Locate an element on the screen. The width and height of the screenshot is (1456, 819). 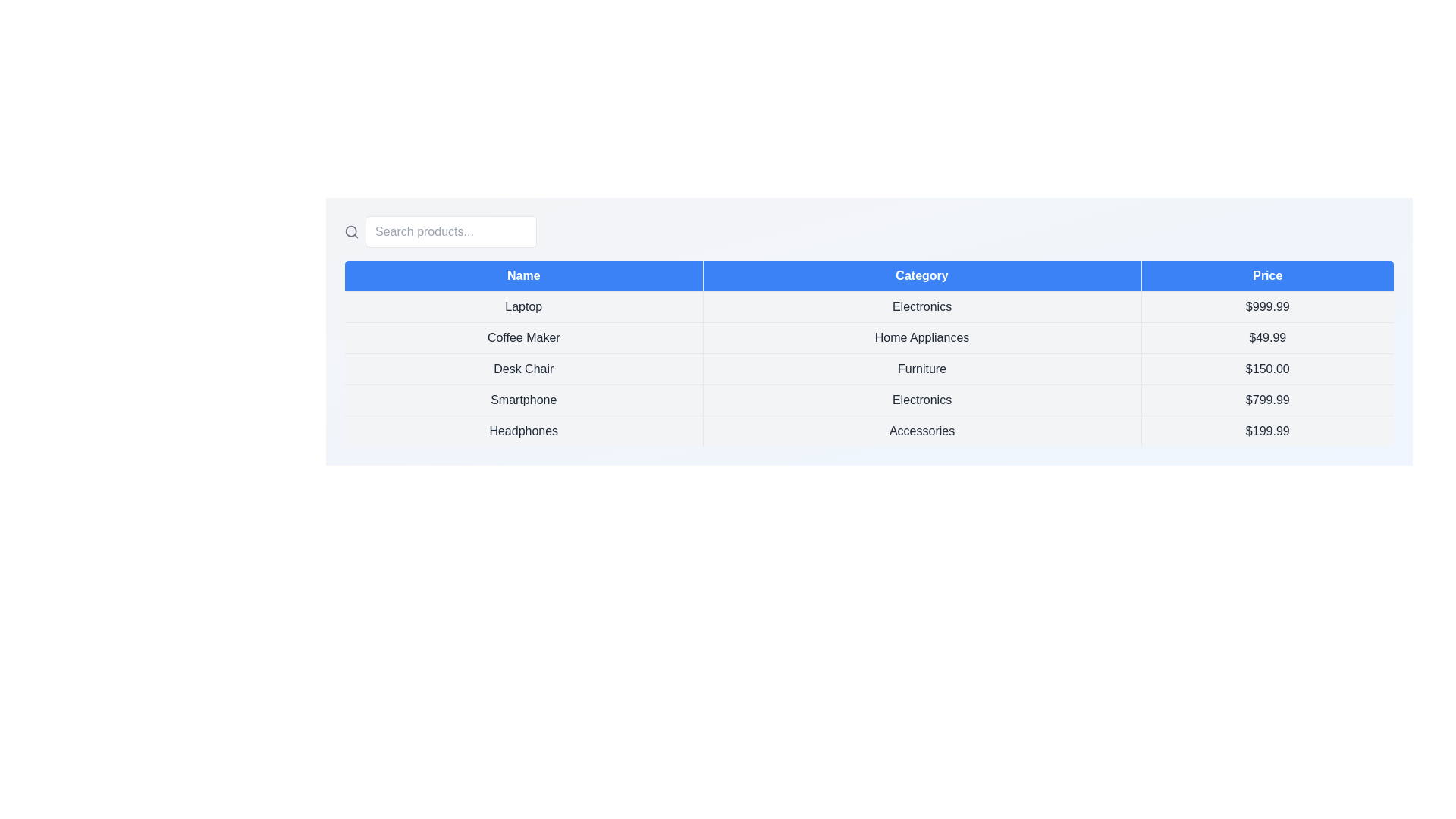
the Text block in the second column of the first data row under the 'Category' header in the table, which represents the product category, flanked by 'Laptop' and '$999.99' is located at coordinates (921, 307).